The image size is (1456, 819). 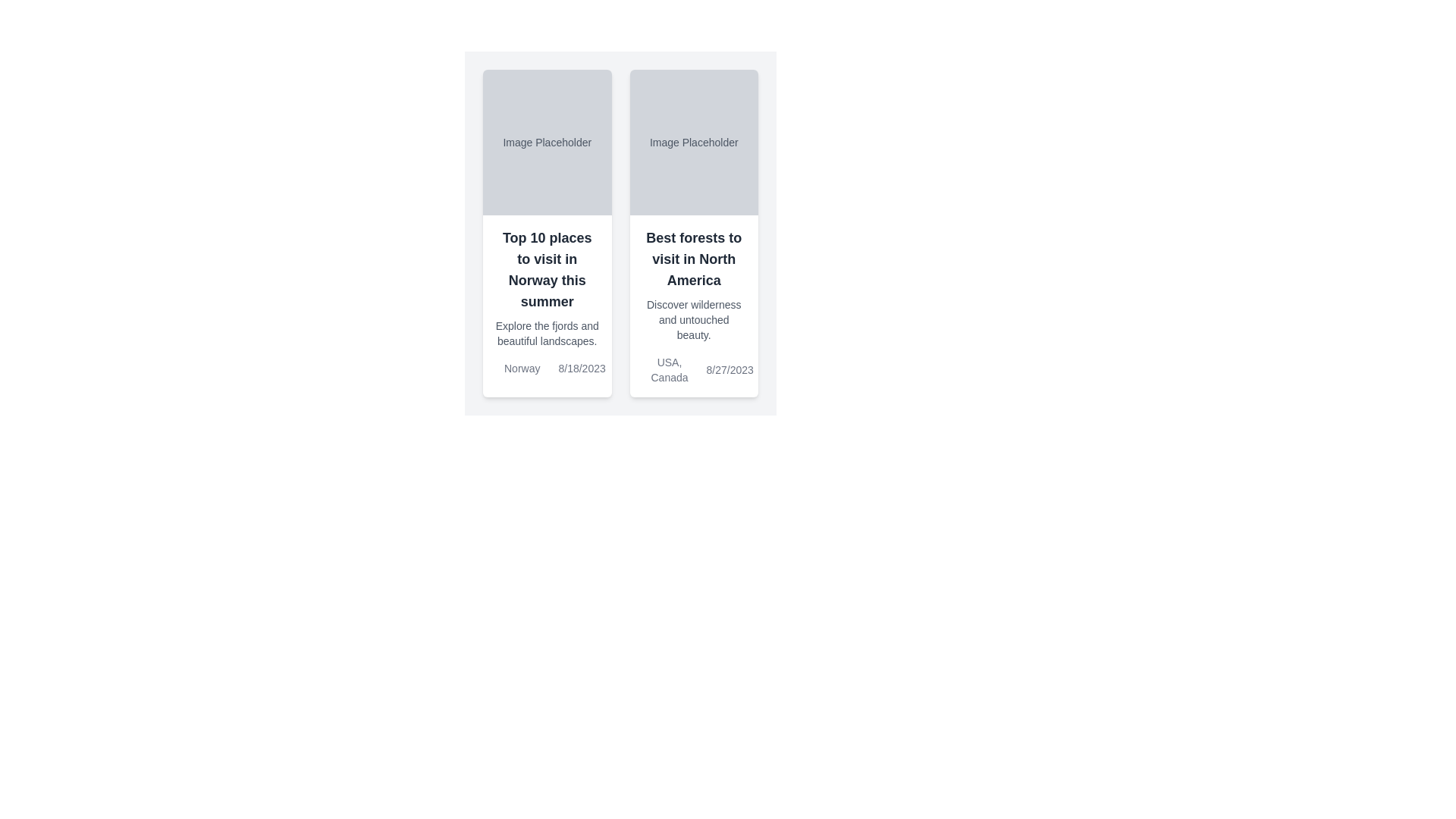 What do you see at coordinates (730, 370) in the screenshot?
I see `the date display located in the lower right part of the card layout containing the text 'Best forests to visit in North America.'` at bounding box center [730, 370].